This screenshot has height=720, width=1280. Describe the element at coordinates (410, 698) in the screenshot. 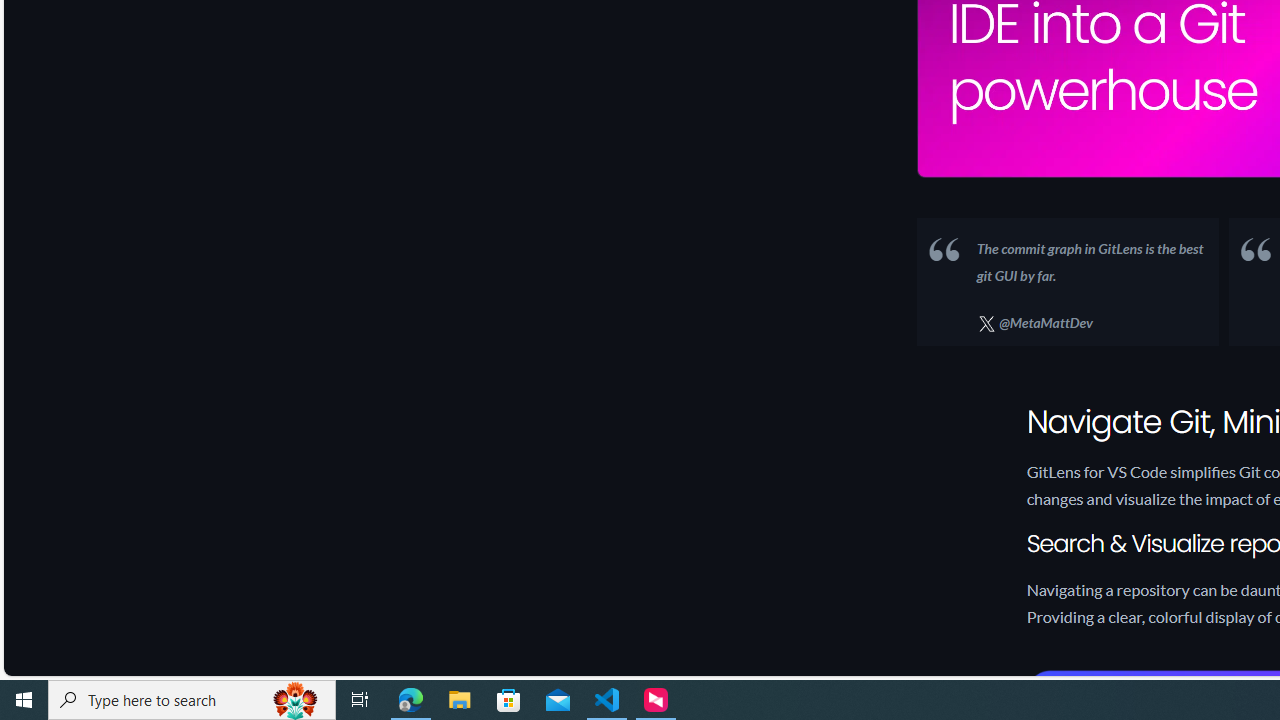

I see `'Microsoft Edge - 1 running window'` at that location.